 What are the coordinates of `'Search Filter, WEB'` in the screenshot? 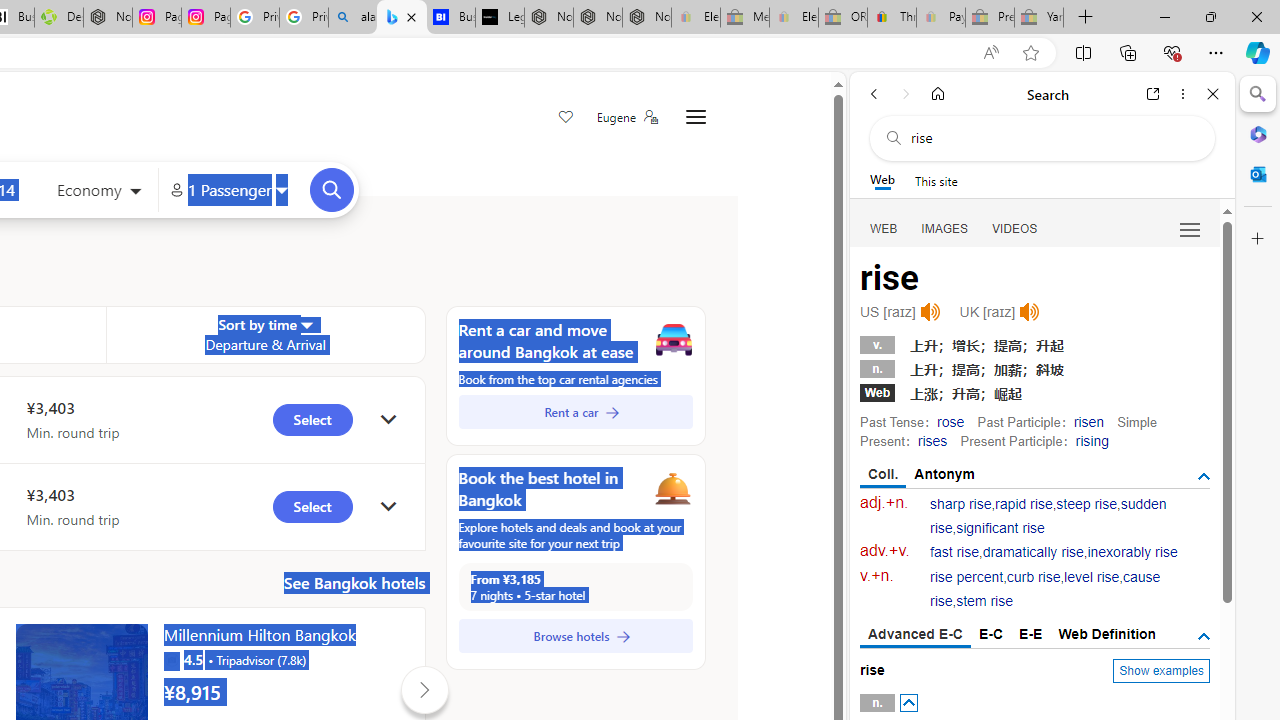 It's located at (883, 227).